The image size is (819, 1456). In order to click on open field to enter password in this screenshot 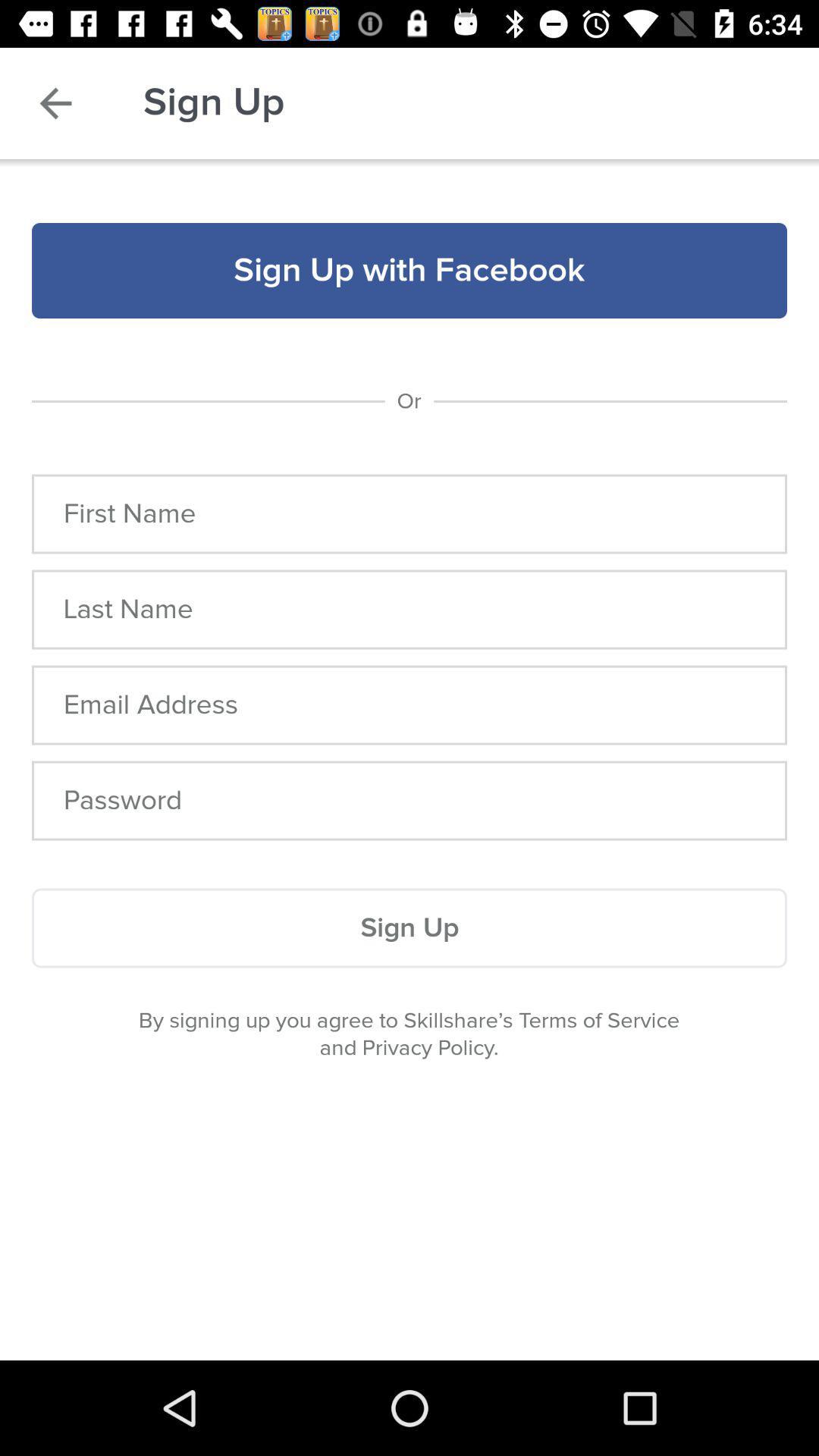, I will do `click(409, 800)`.